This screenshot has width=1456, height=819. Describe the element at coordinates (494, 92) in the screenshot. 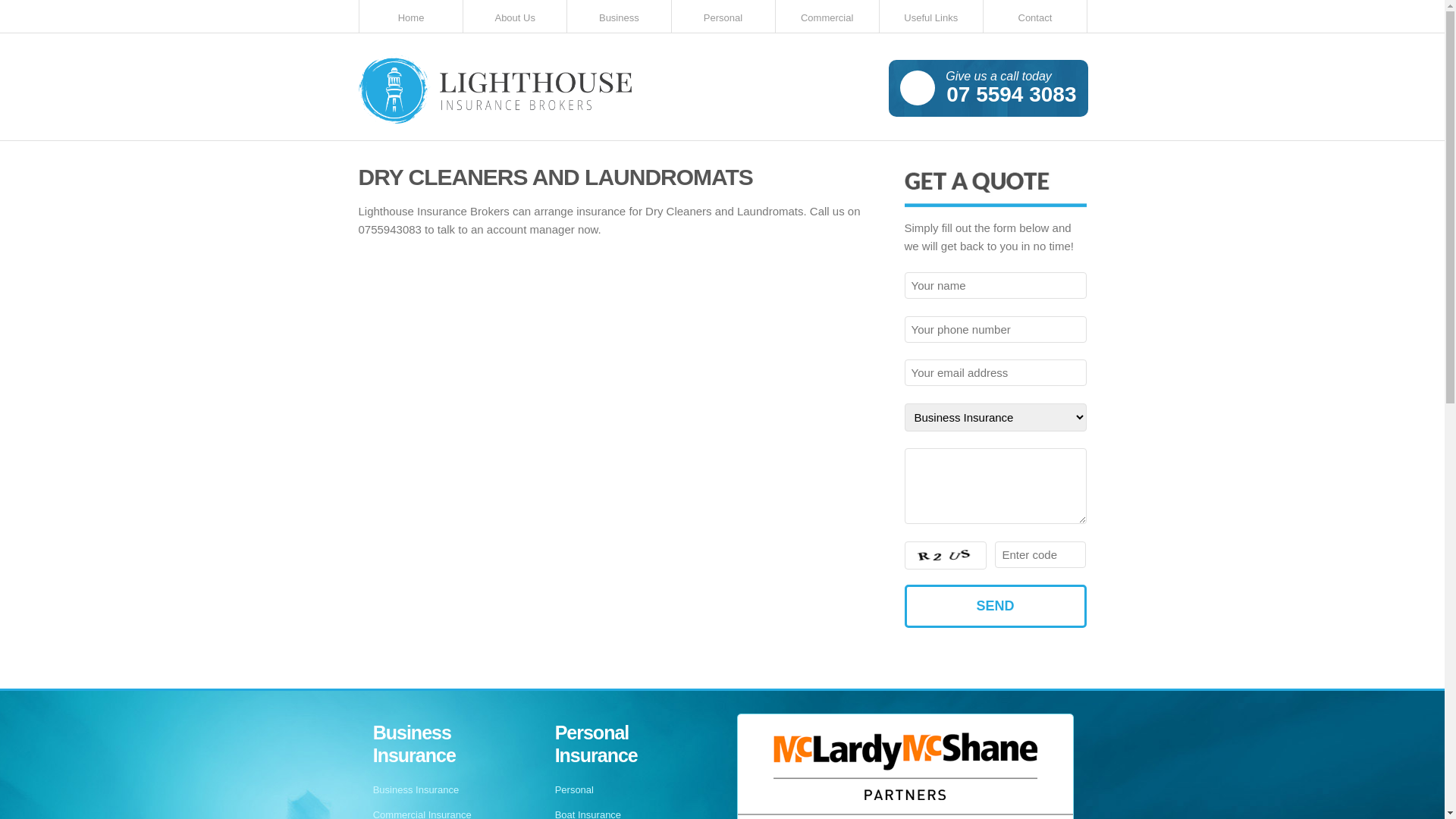

I see `'Lighthouse Insurance Brokers'` at that location.